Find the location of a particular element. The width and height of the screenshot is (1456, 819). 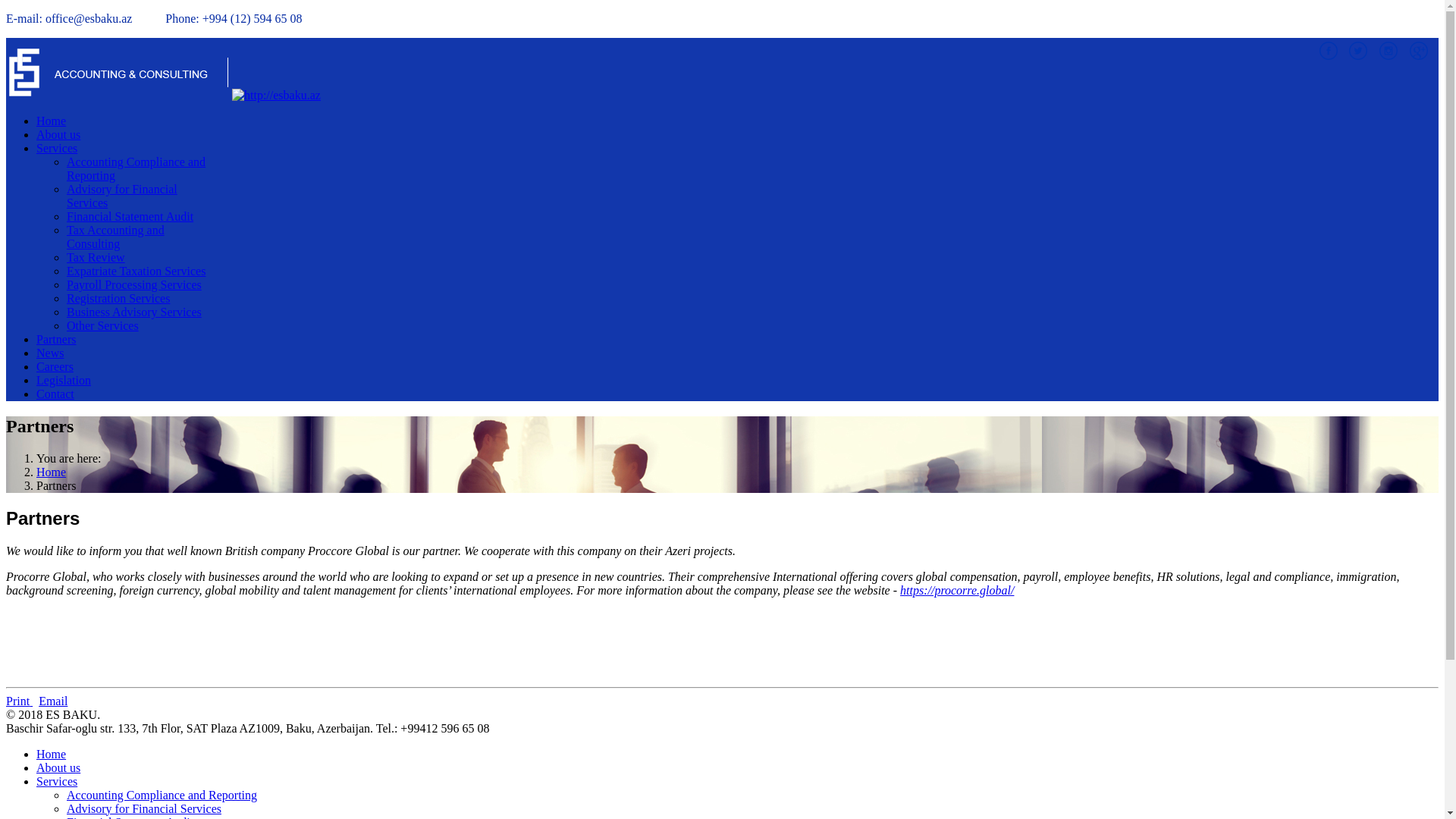

'Payroll Processing Services' is located at coordinates (134, 284).